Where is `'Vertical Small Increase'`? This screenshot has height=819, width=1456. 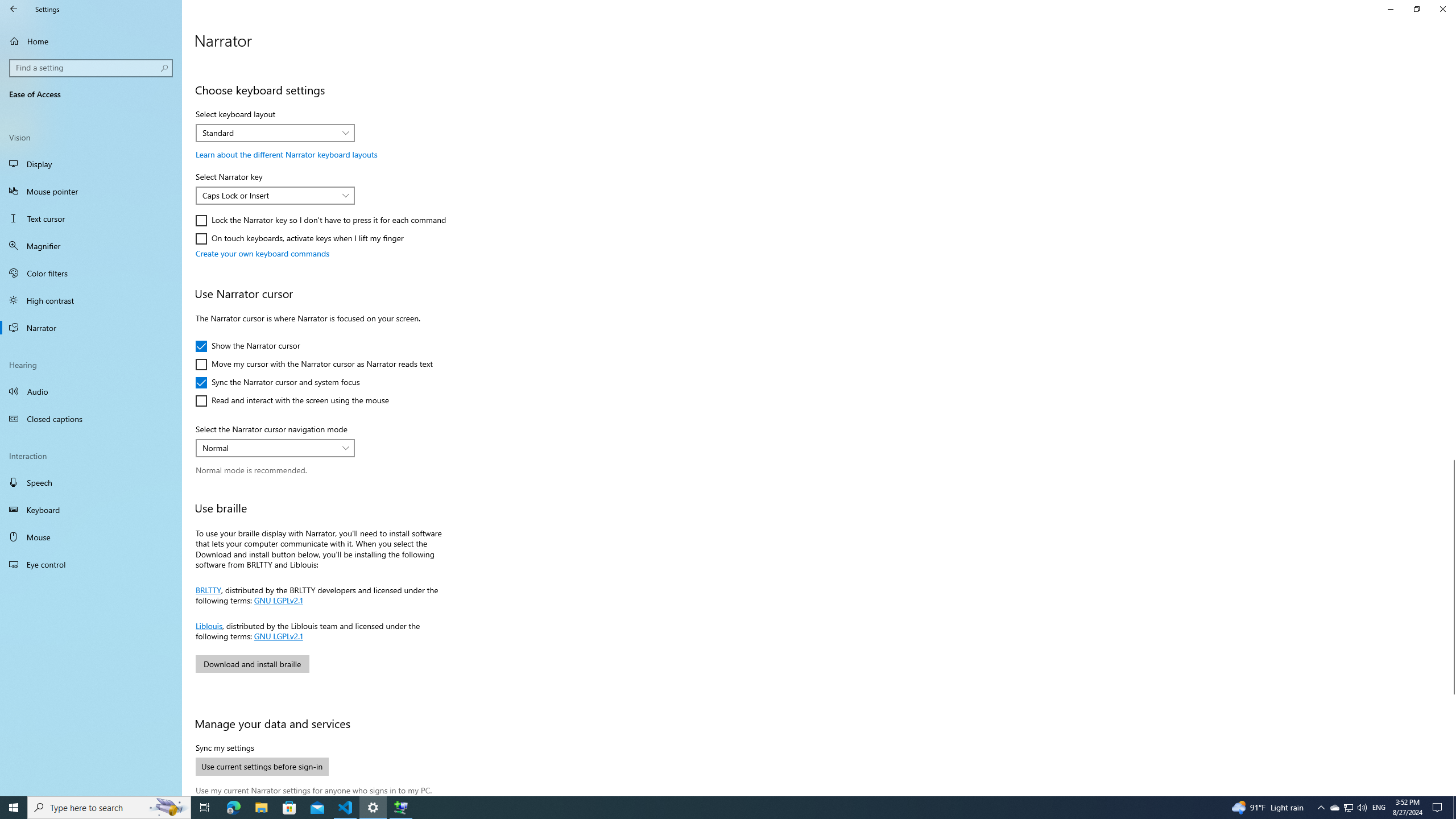 'Vertical Small Increase' is located at coordinates (1451, 791).